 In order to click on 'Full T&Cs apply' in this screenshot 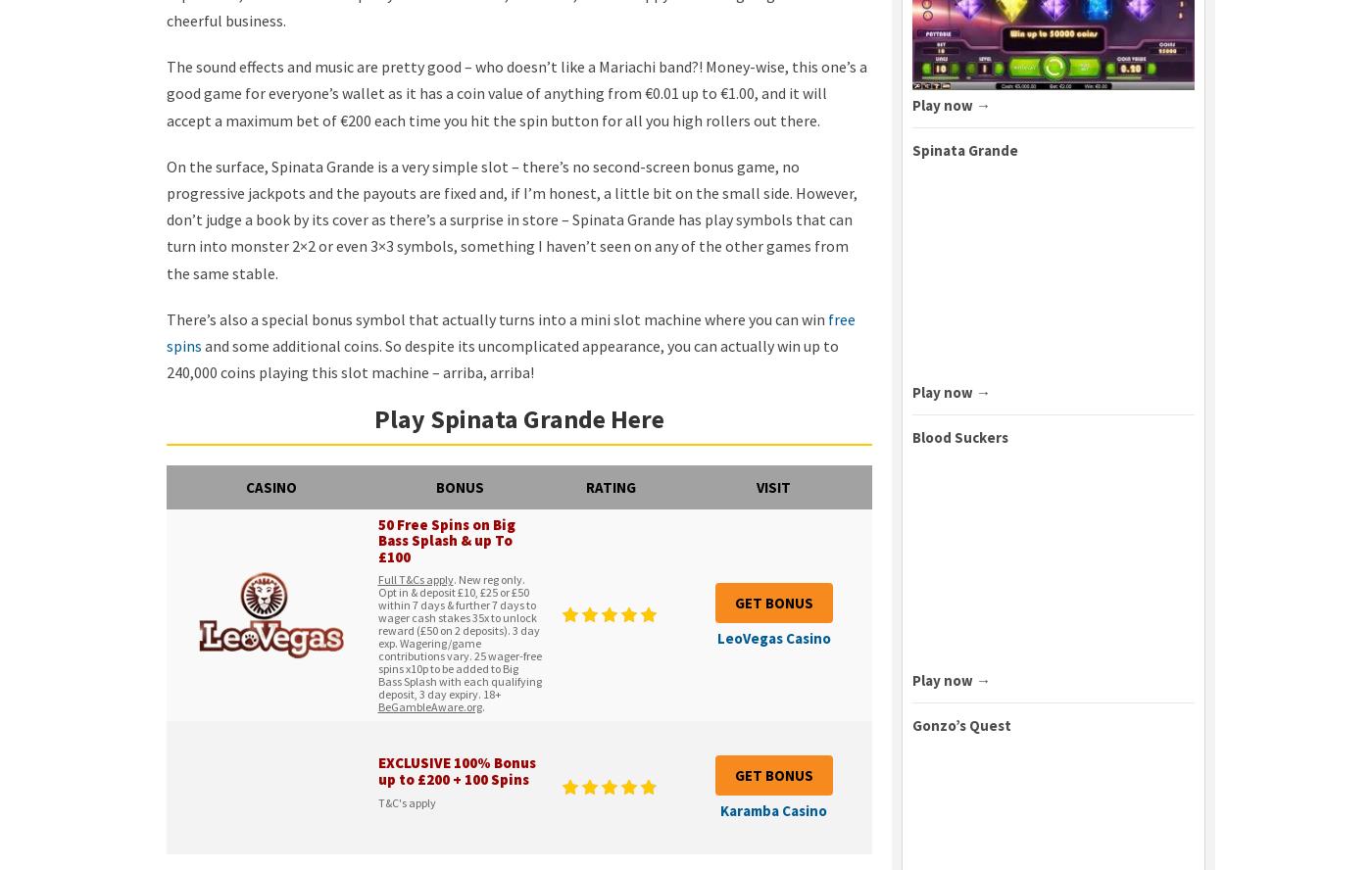, I will do `click(415, 579)`.